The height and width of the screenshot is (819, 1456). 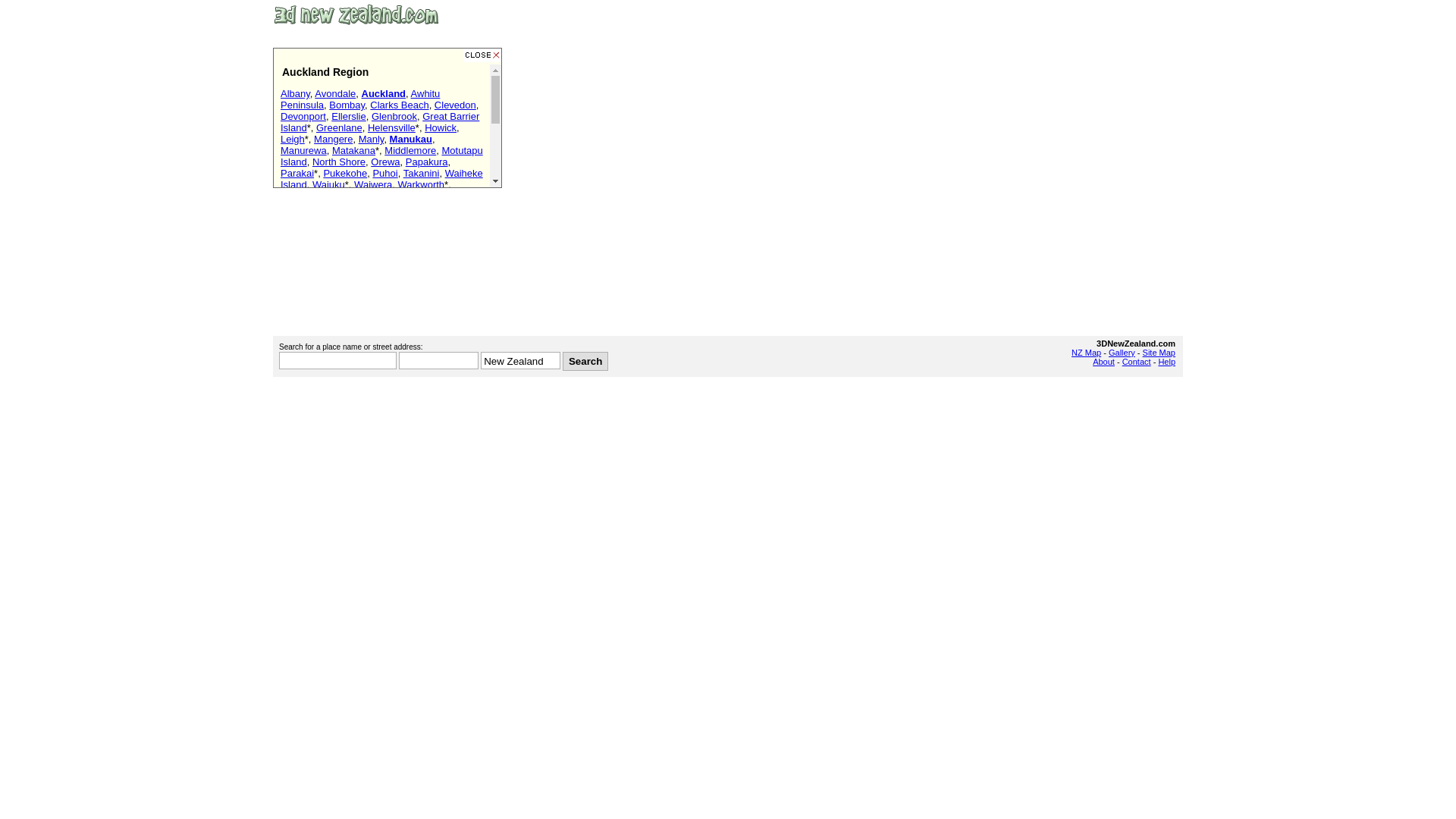 I want to click on 'Warkworth', so click(x=397, y=184).